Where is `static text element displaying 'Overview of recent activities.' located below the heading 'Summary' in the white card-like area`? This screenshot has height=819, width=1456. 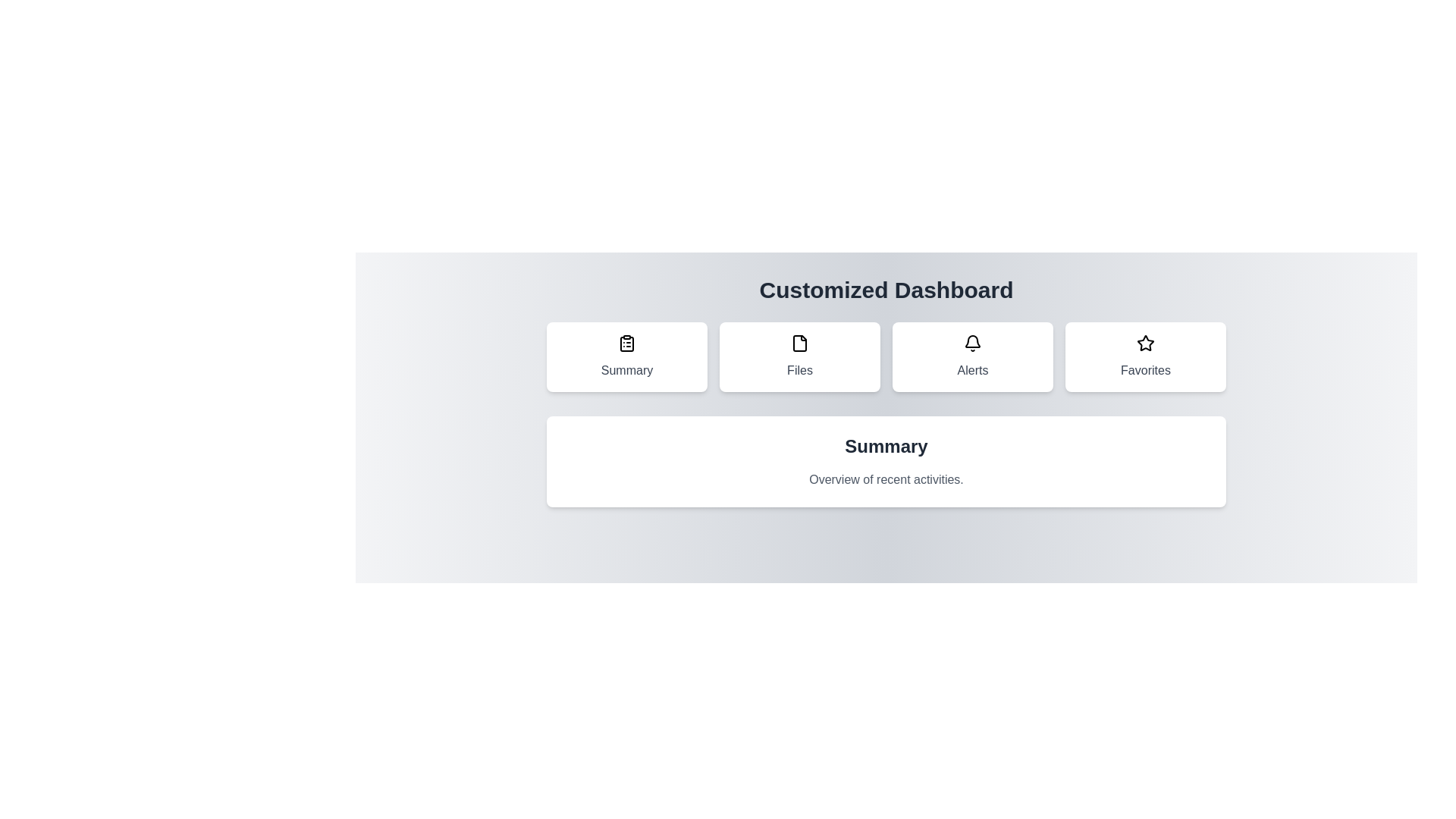 static text element displaying 'Overview of recent activities.' located below the heading 'Summary' in the white card-like area is located at coordinates (886, 479).